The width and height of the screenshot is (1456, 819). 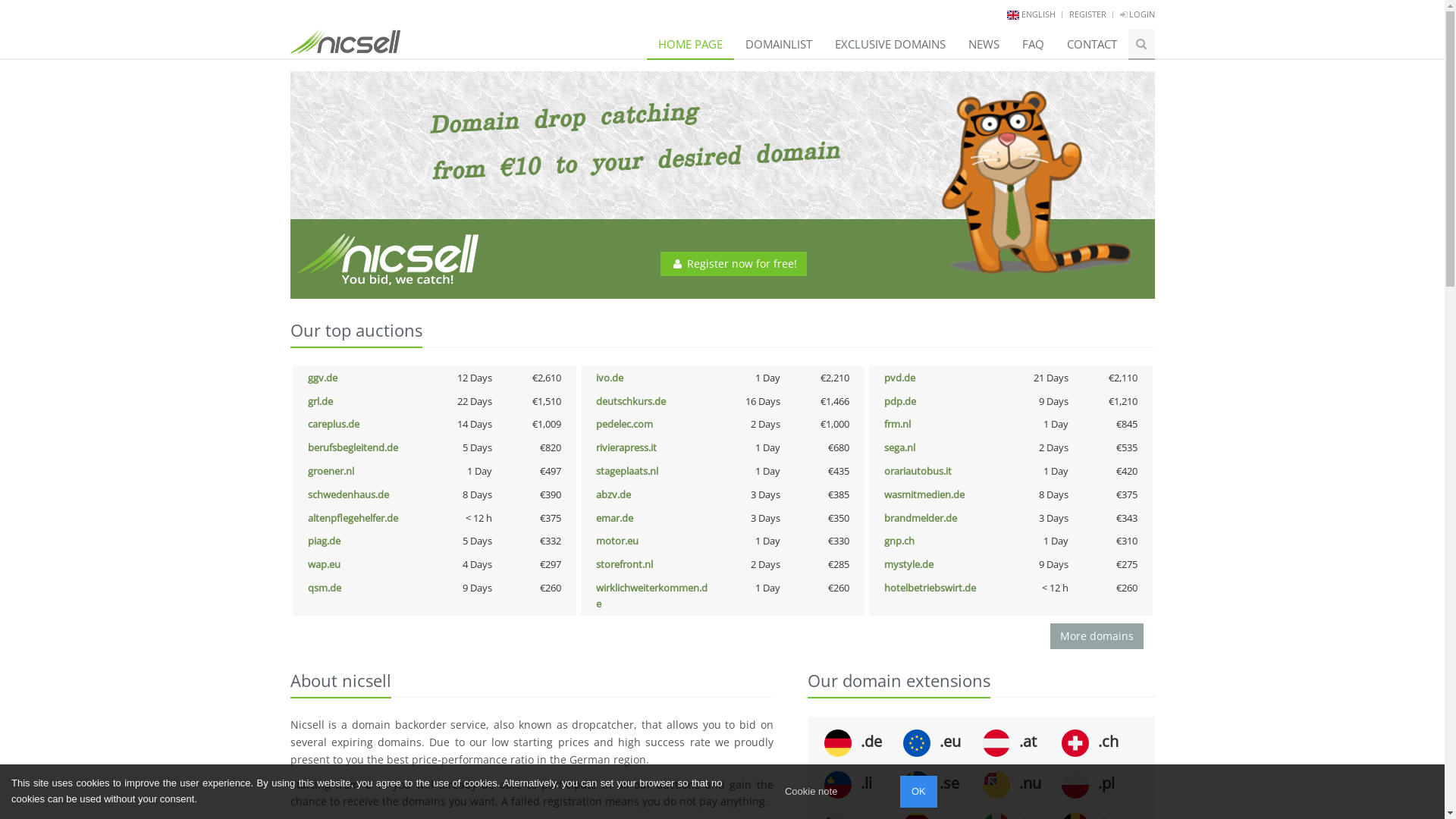 What do you see at coordinates (330, 470) in the screenshot?
I see `'groener.nl'` at bounding box center [330, 470].